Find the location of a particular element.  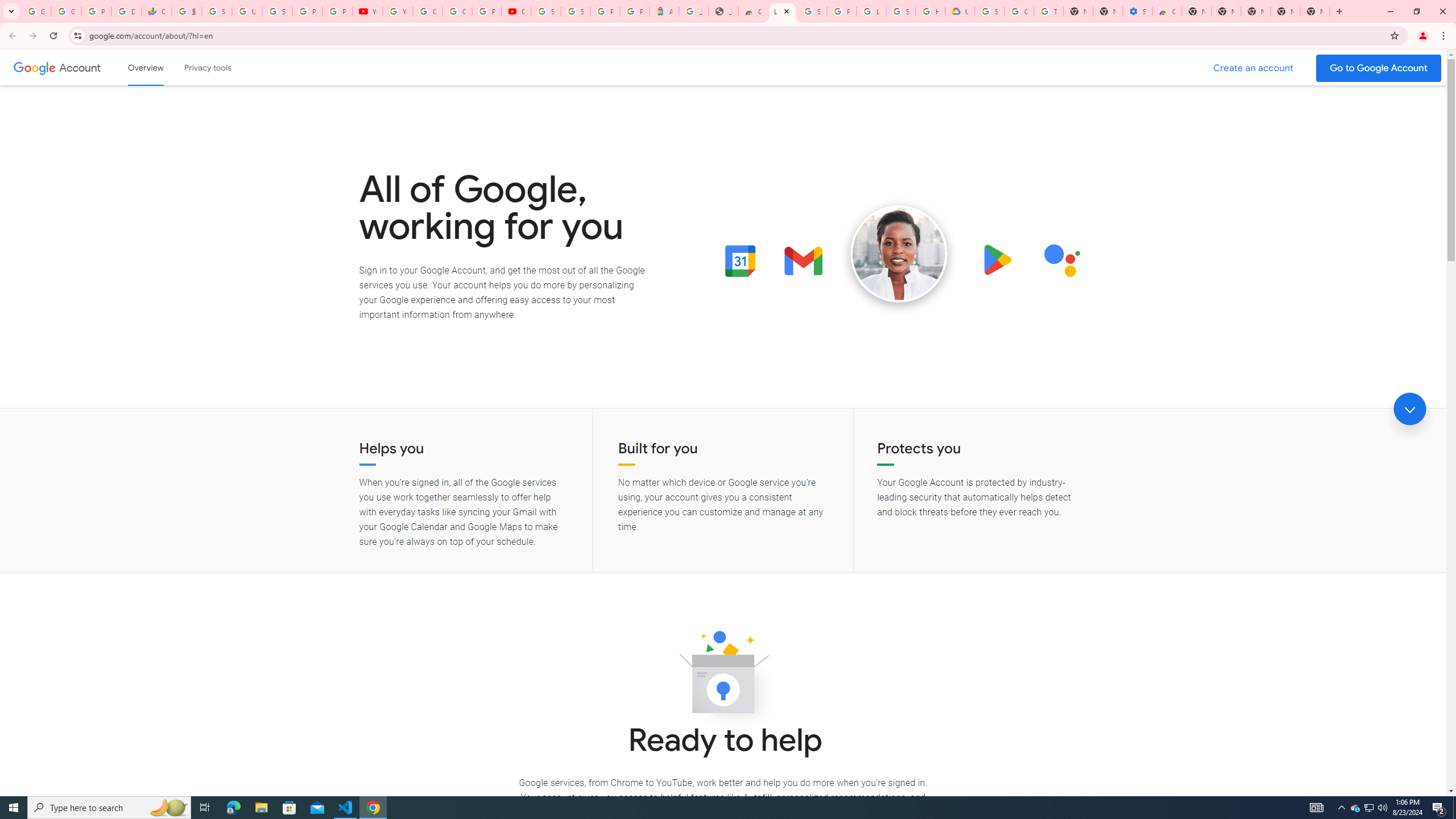

'Currencies - Google Finance' is located at coordinates (156, 11).